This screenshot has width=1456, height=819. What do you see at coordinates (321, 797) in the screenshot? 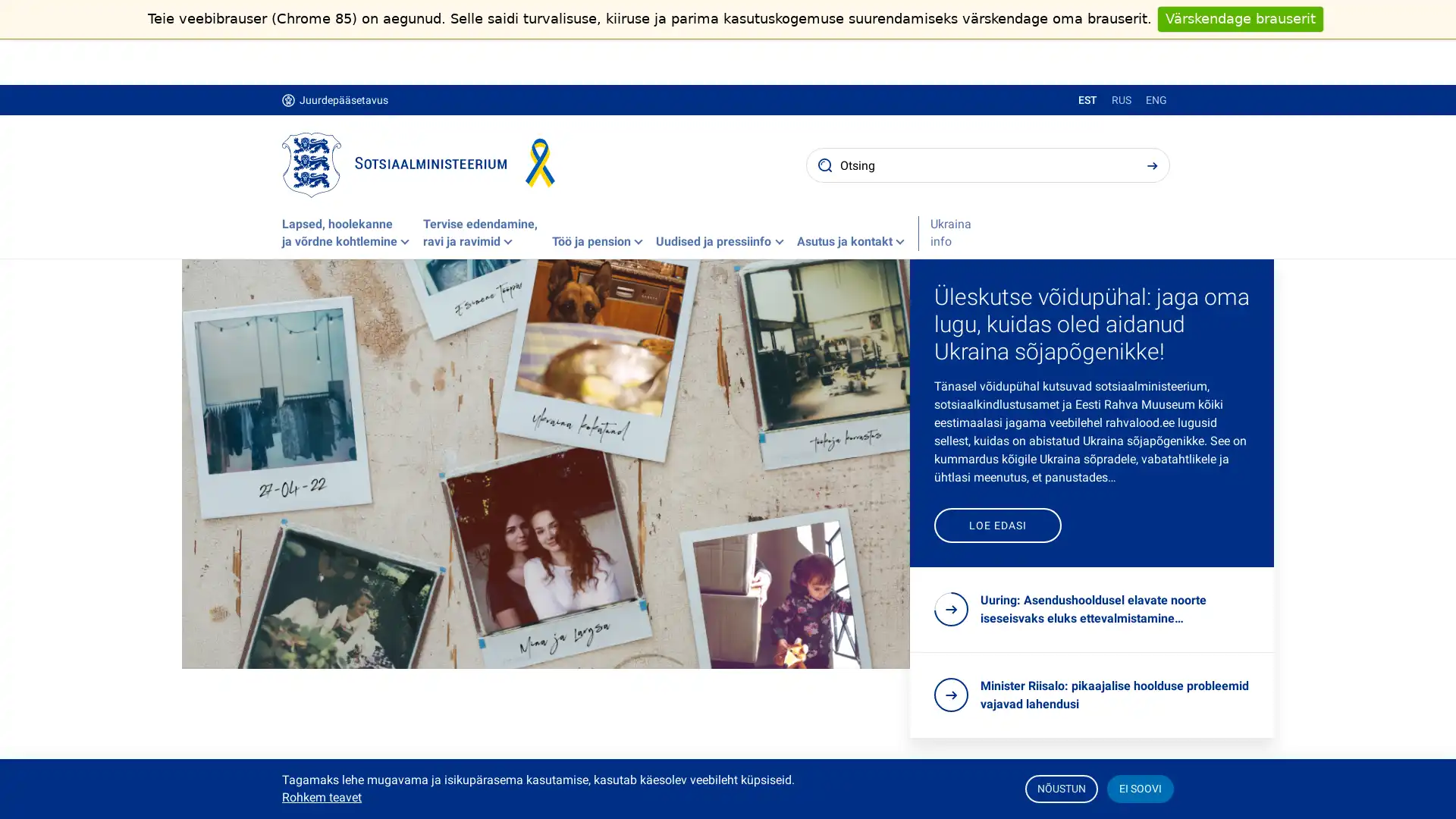
I see `Rohkem teavet` at bounding box center [321, 797].